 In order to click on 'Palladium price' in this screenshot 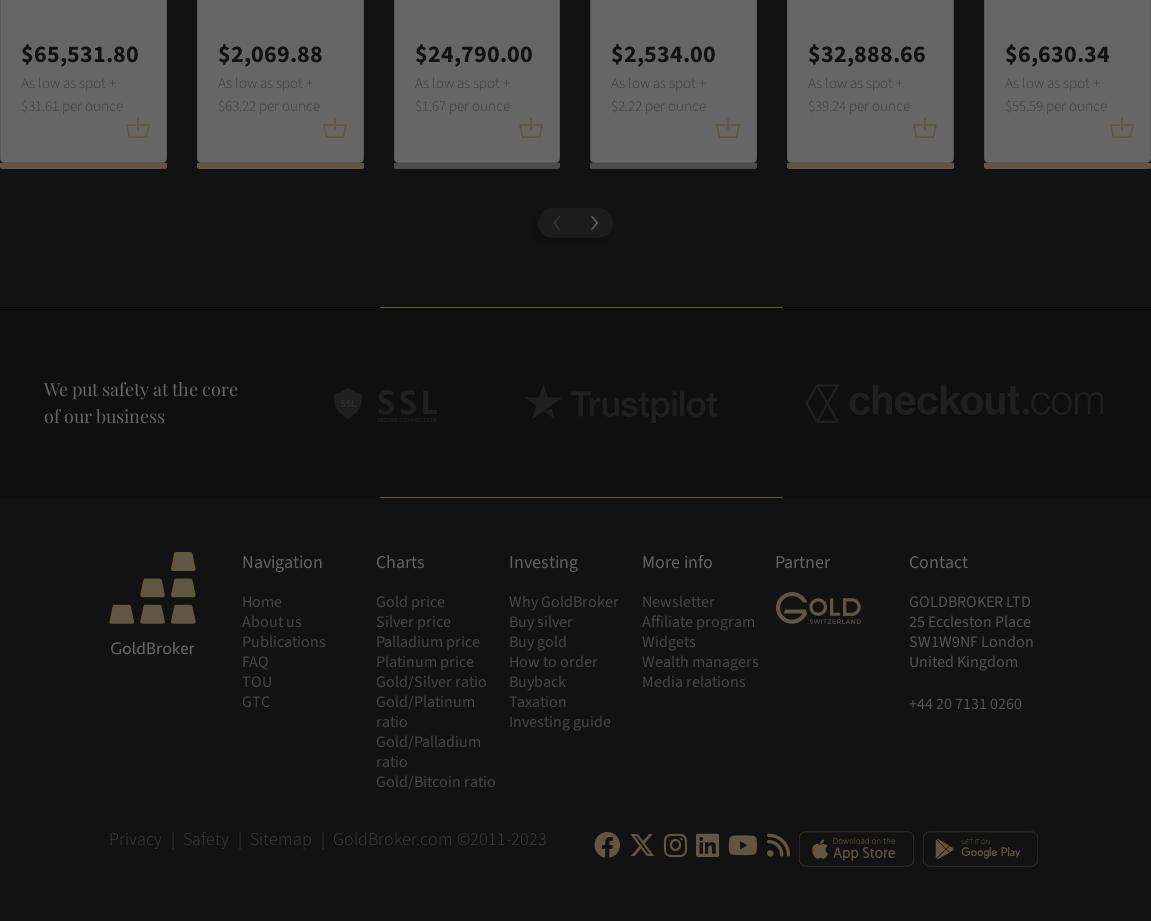, I will do `click(374, 642)`.